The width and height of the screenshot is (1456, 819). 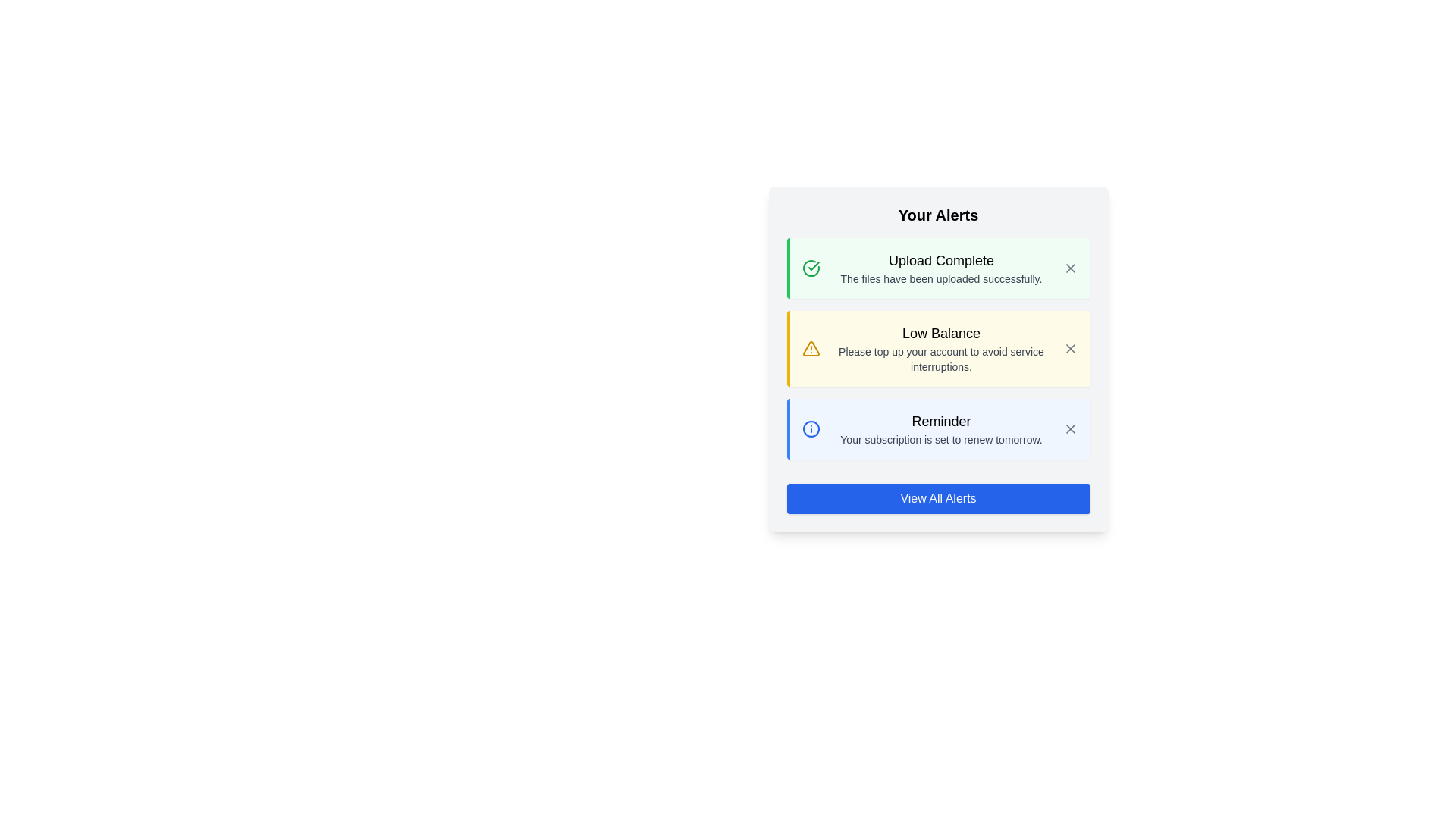 What do you see at coordinates (940, 421) in the screenshot?
I see `the title text of the reminder notification located in the alert panel, which provides a quick overview of the notification type` at bounding box center [940, 421].